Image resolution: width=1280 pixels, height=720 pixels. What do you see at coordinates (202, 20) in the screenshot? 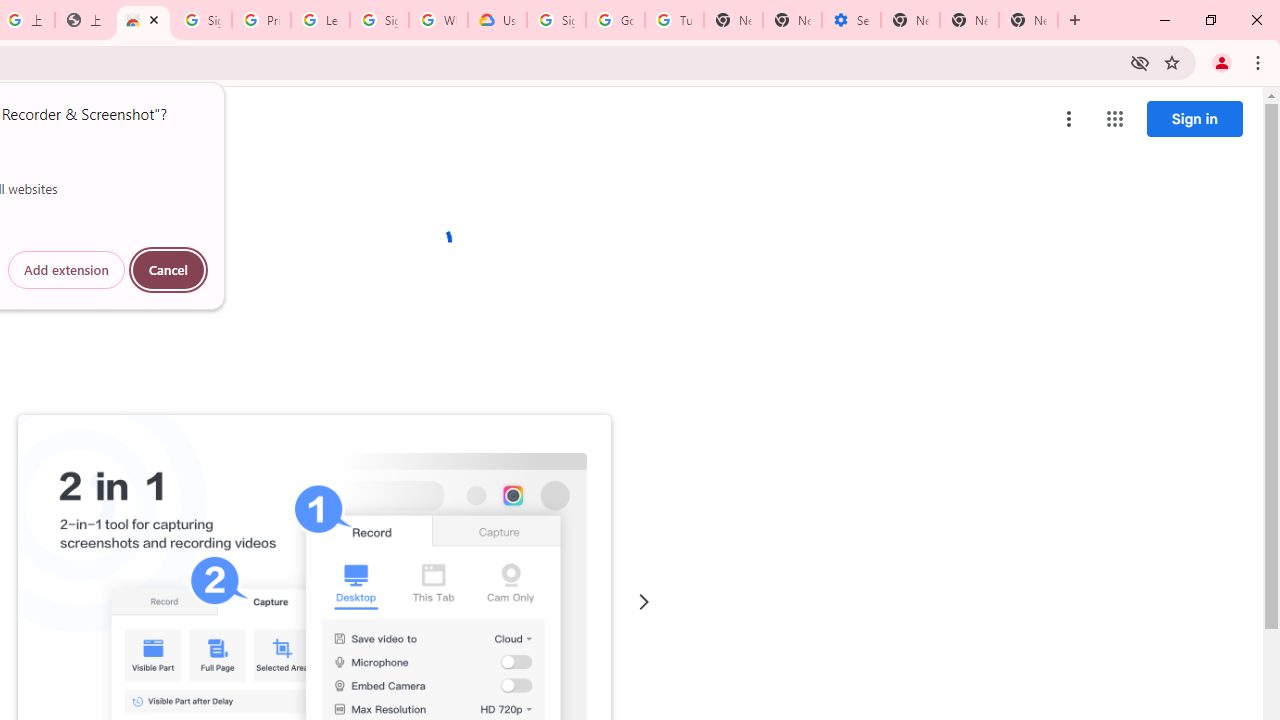
I see `'Sign in - Google Accounts'` at bounding box center [202, 20].